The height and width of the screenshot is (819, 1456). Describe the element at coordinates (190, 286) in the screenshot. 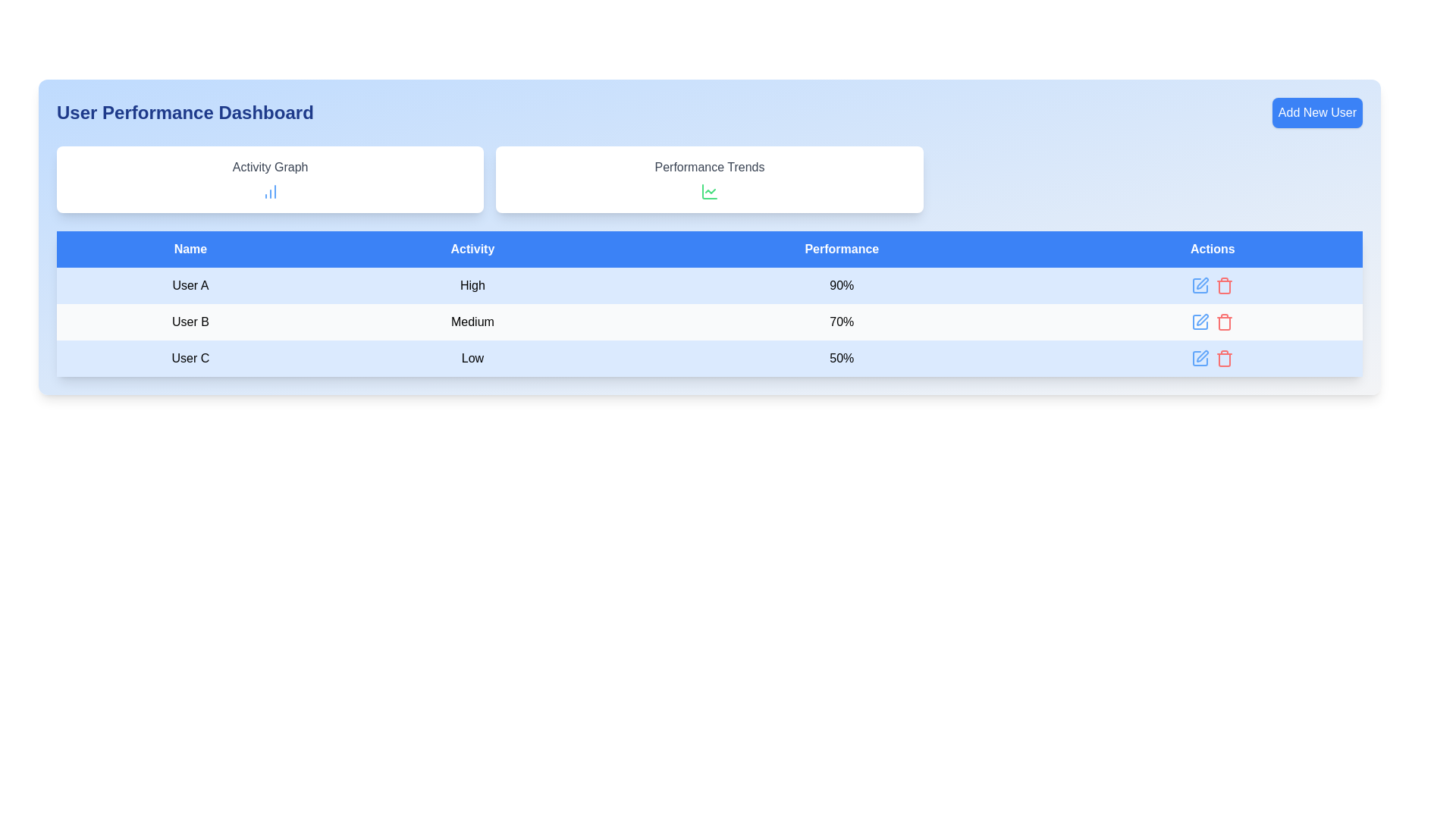

I see `the static text label displaying 'User A' in the first column of the table, which serves as an identifier for an entry` at that location.